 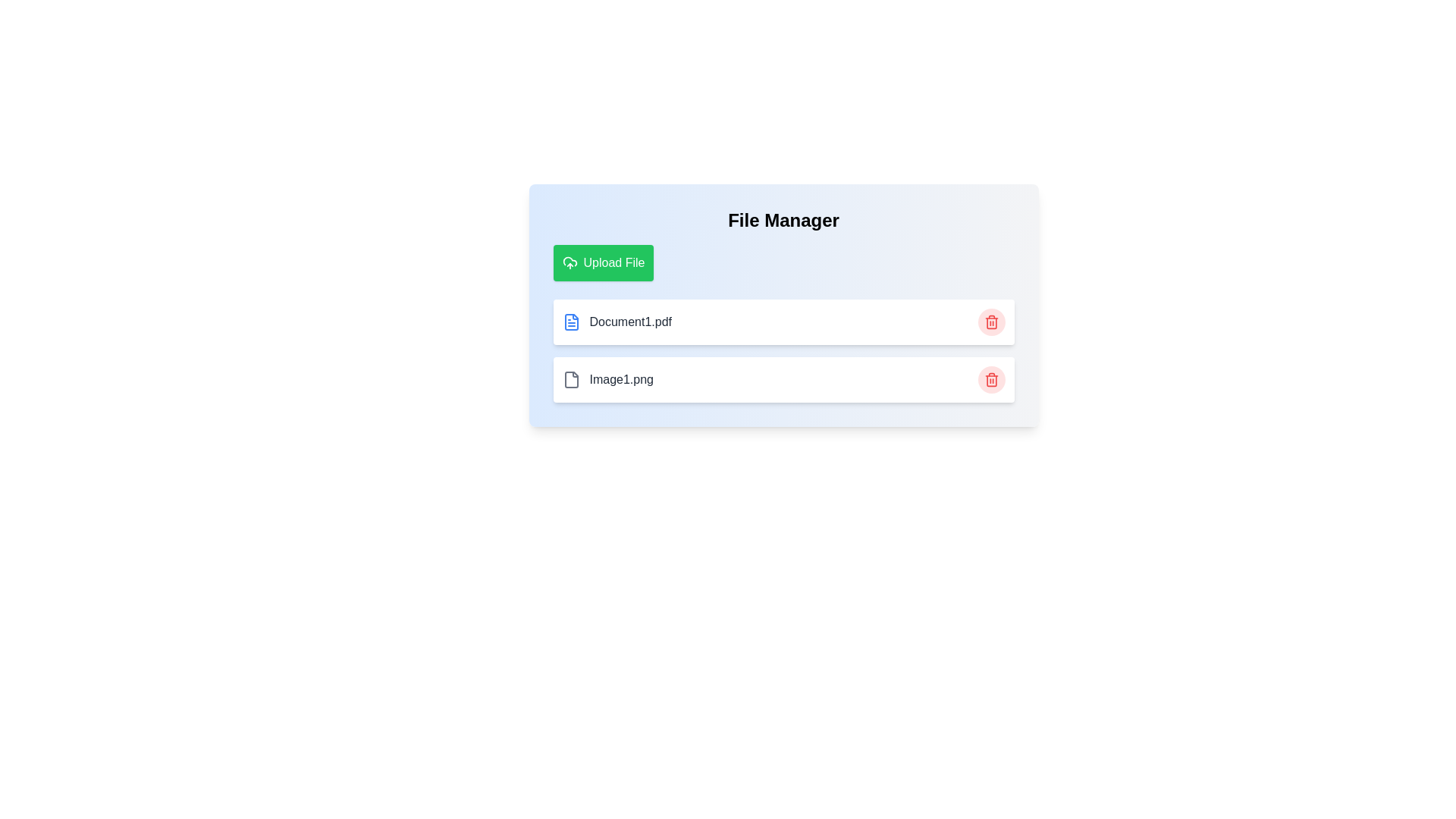 What do you see at coordinates (617, 321) in the screenshot?
I see `the file entry displaying 'Document1.pdf' with a blue file icon` at bounding box center [617, 321].